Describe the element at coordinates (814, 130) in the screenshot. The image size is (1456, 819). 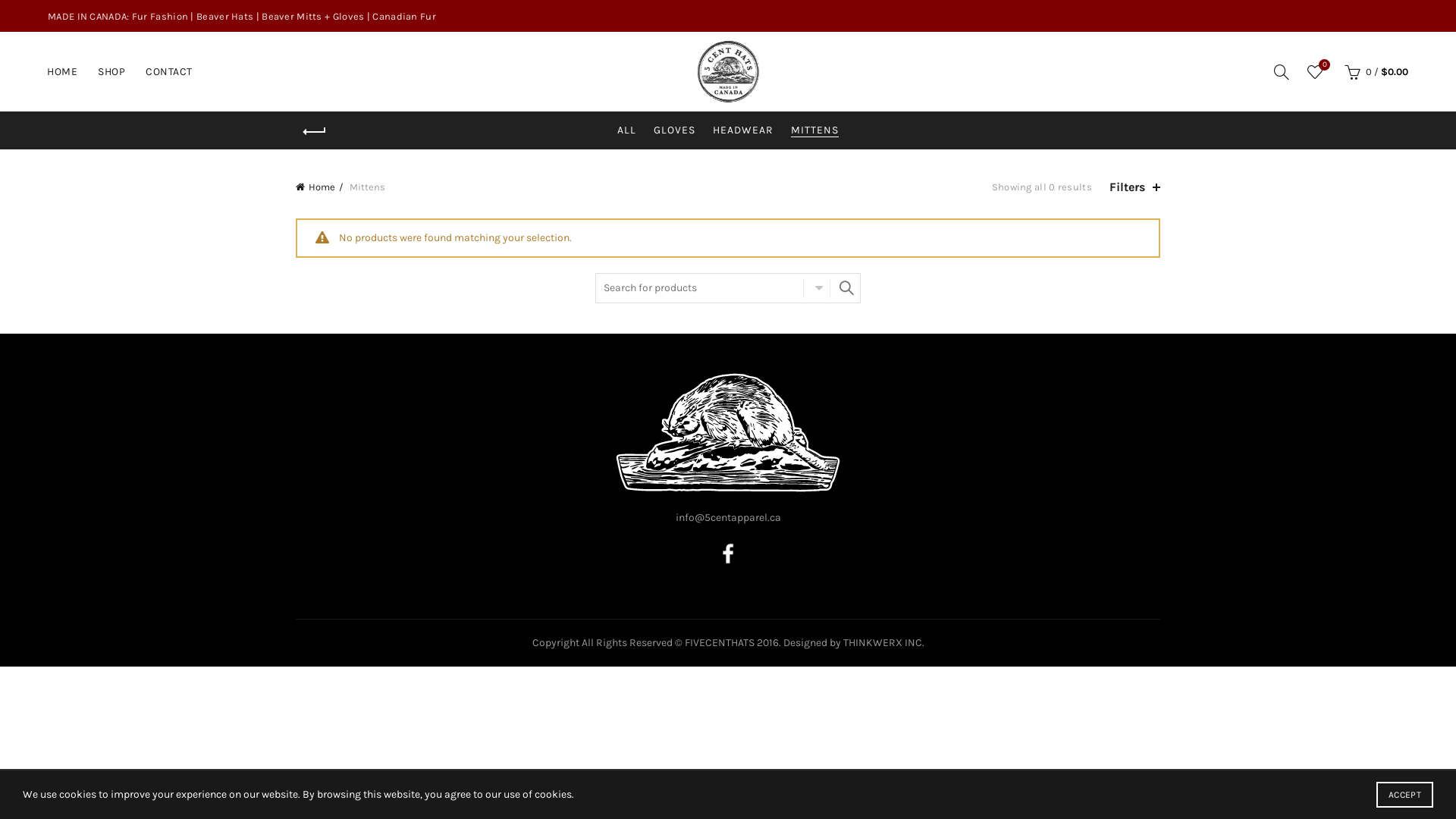
I see `'MITTENS'` at that location.